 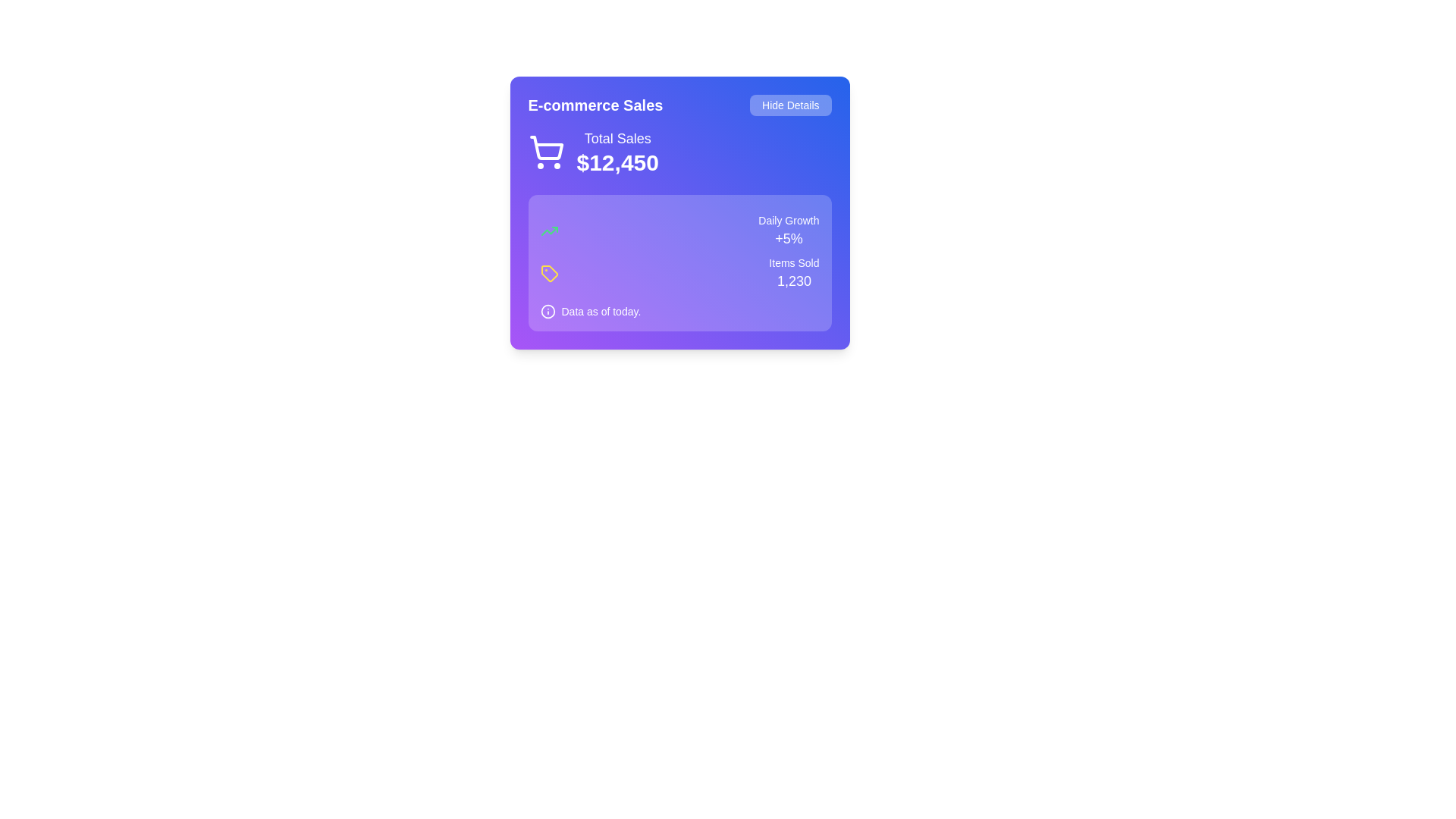 What do you see at coordinates (546, 152) in the screenshot?
I see `the sales icon in the upper-left subsection of the 'E-commerce Sales' card, which symbolizes sales or shopping` at bounding box center [546, 152].